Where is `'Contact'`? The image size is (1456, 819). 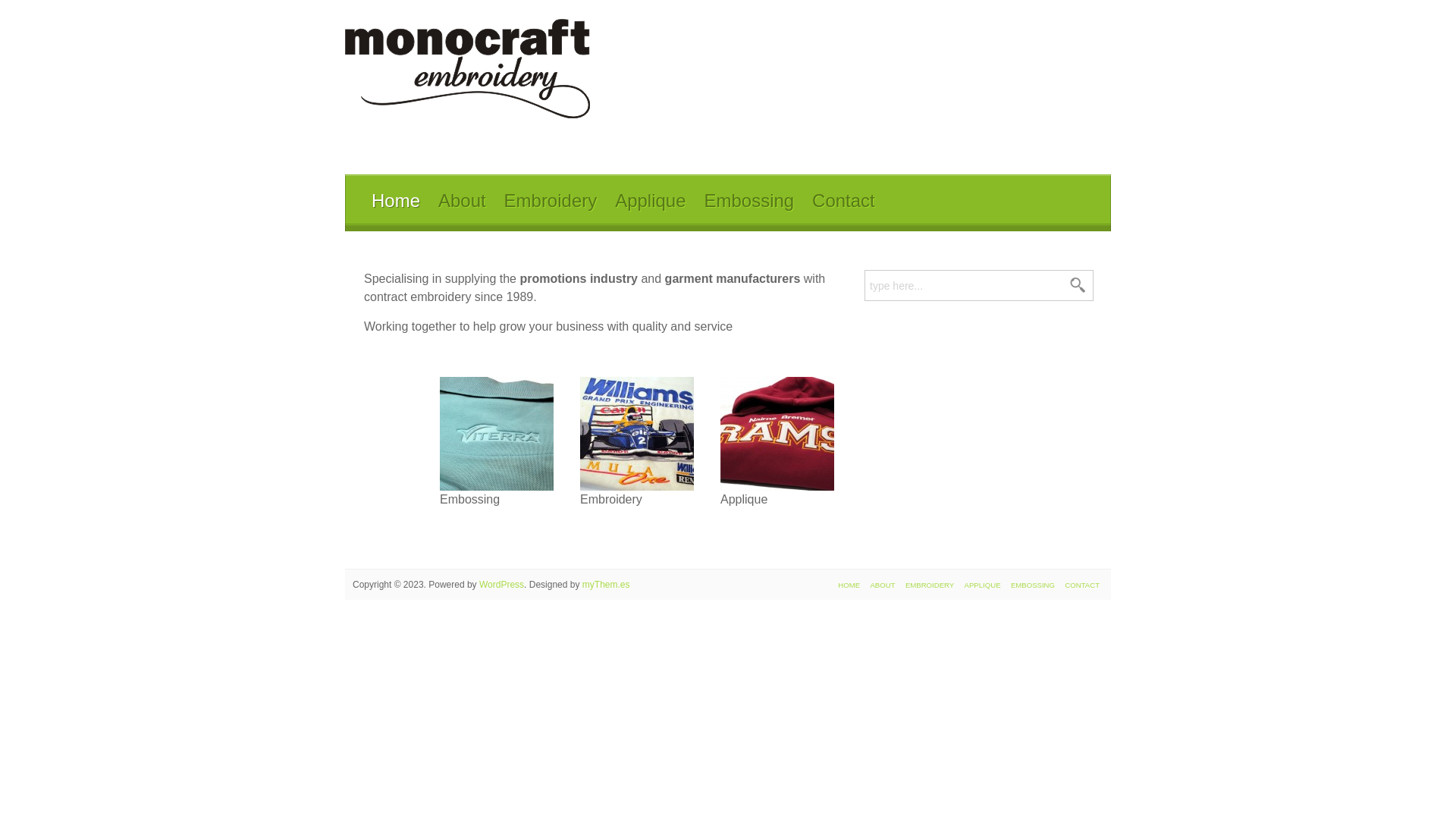 'Contact' is located at coordinates (843, 201).